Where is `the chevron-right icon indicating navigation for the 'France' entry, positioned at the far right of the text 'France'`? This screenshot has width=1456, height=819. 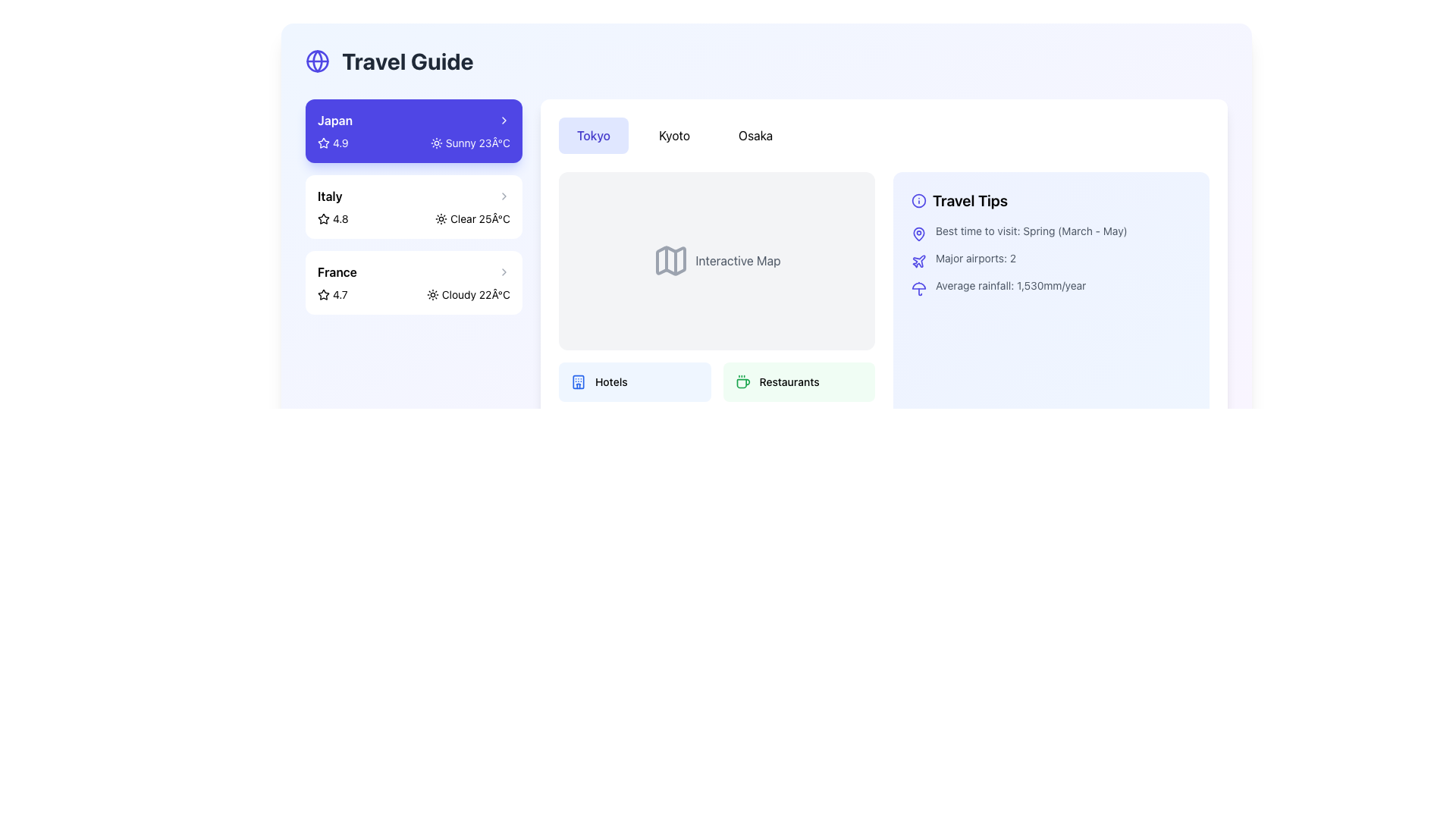
the chevron-right icon indicating navigation for the 'France' entry, positioned at the far right of the text 'France' is located at coordinates (504, 271).